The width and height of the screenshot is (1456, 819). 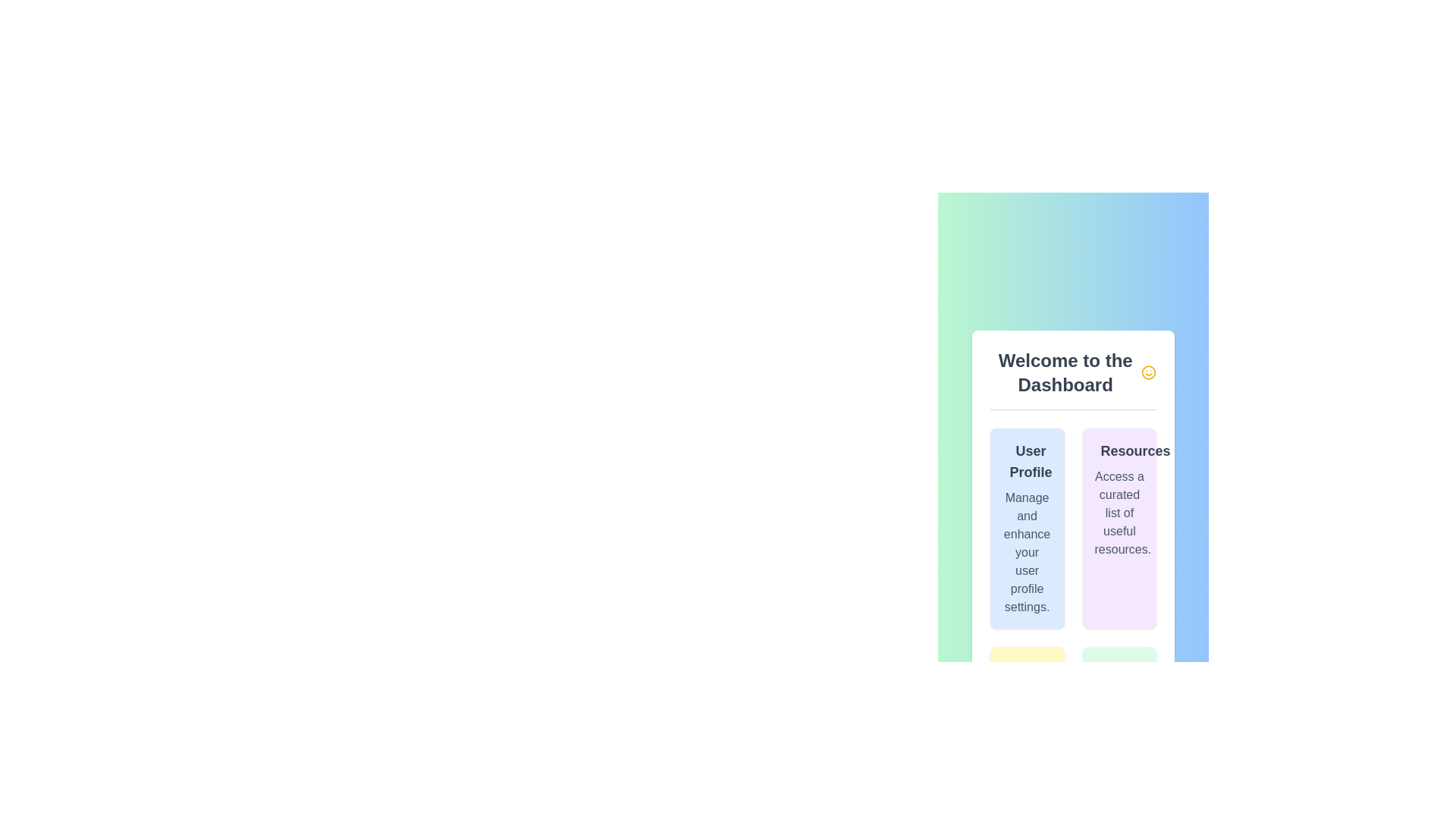 What do you see at coordinates (1065, 372) in the screenshot?
I see `the bold, large gray text header 'Welcome to the Dashboard' located at the top area of the interface, preceding a yellow smiley icon` at bounding box center [1065, 372].